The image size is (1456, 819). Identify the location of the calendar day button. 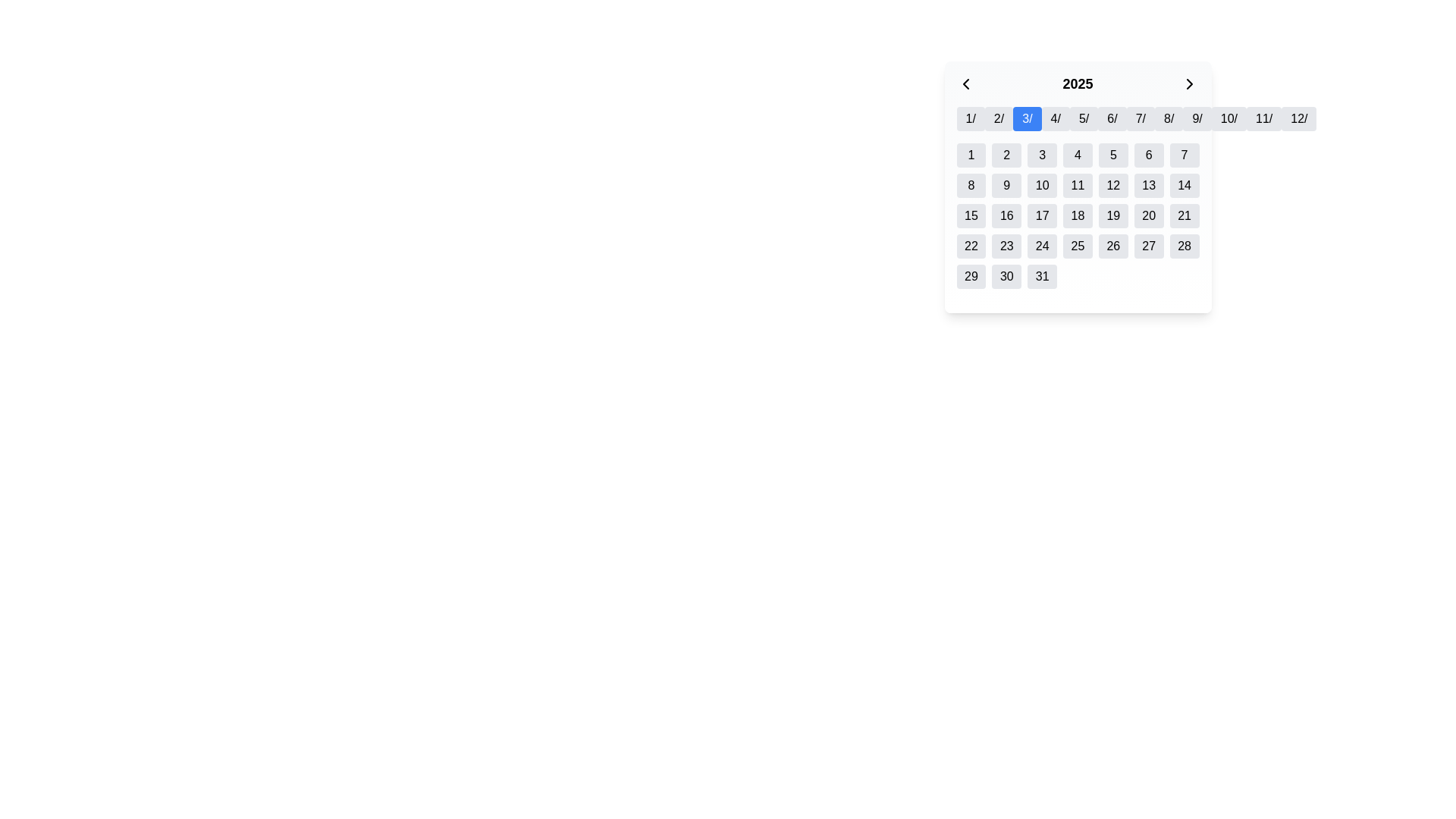
(1077, 216).